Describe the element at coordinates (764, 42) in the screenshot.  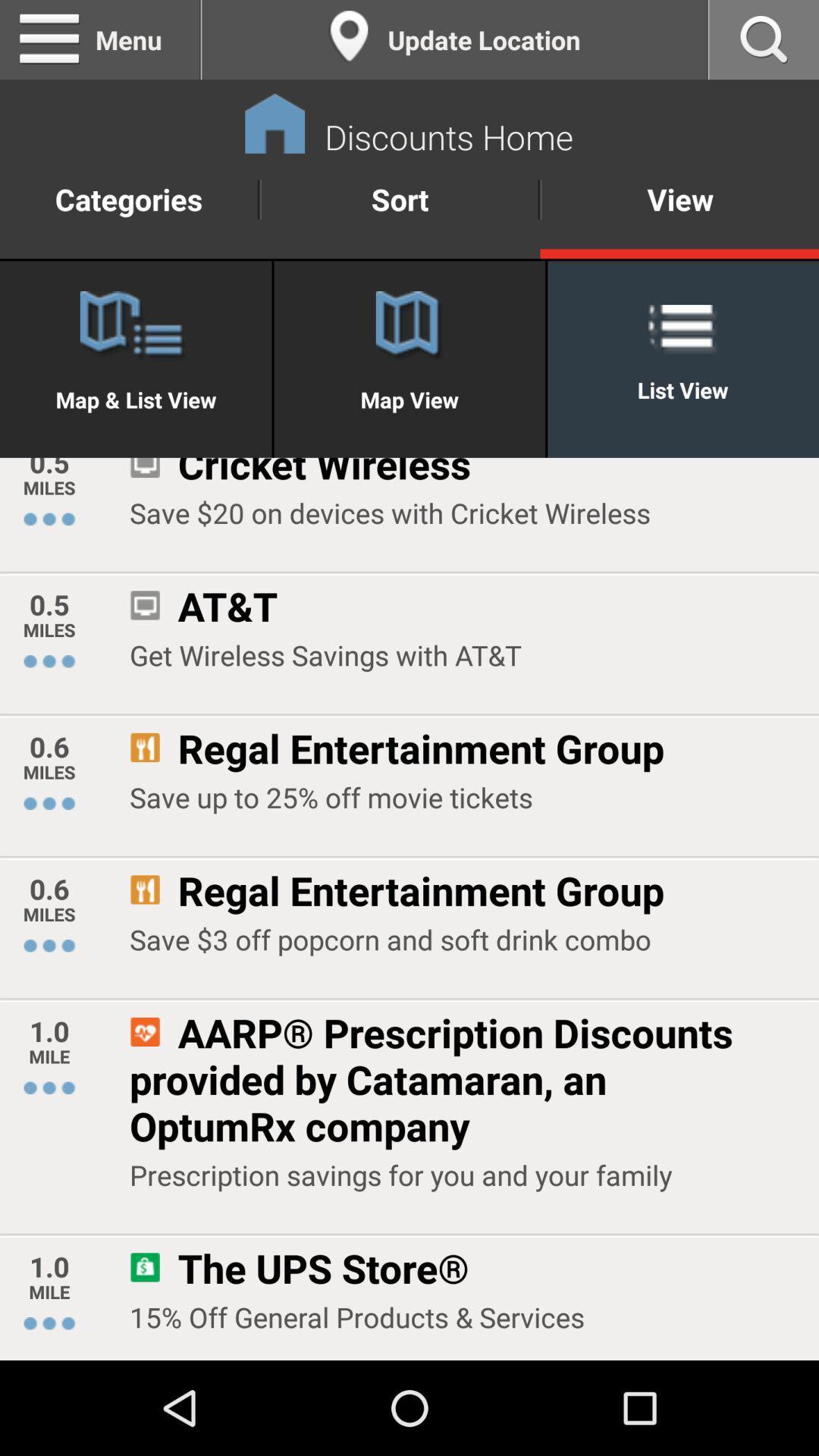
I see `the search icon` at that location.